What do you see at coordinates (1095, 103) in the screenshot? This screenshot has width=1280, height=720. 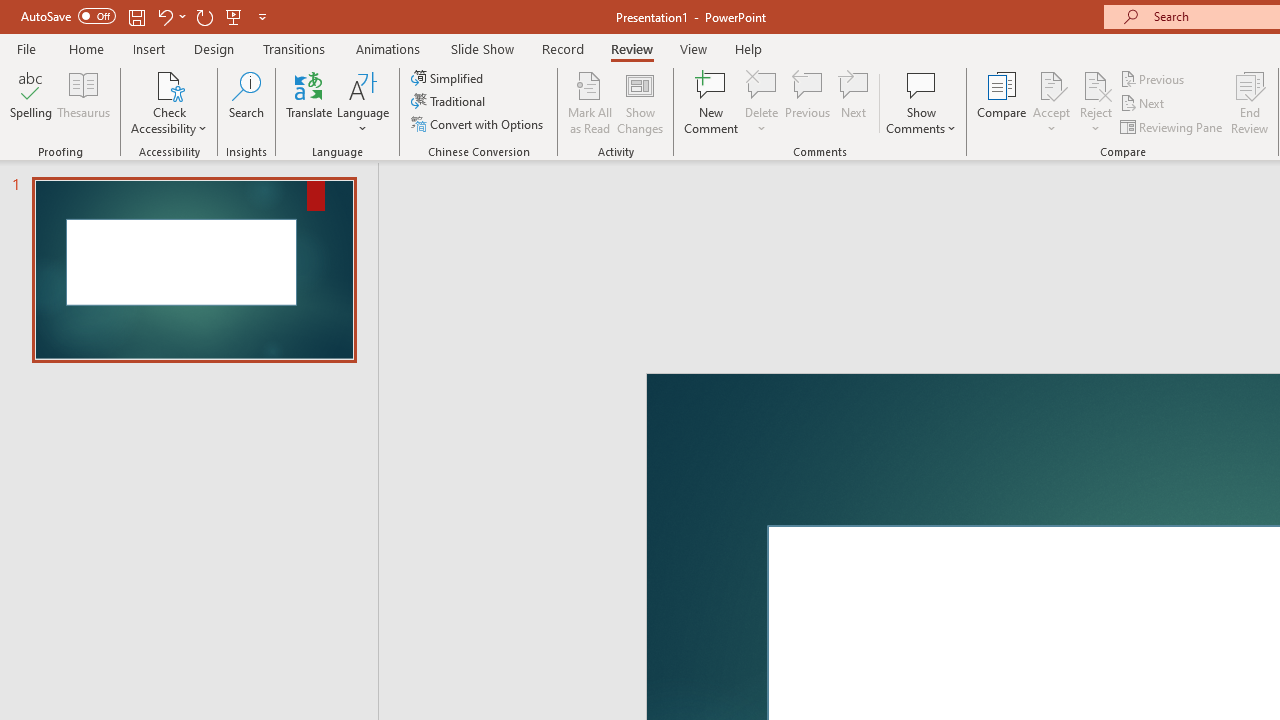 I see `'Reject'` at bounding box center [1095, 103].